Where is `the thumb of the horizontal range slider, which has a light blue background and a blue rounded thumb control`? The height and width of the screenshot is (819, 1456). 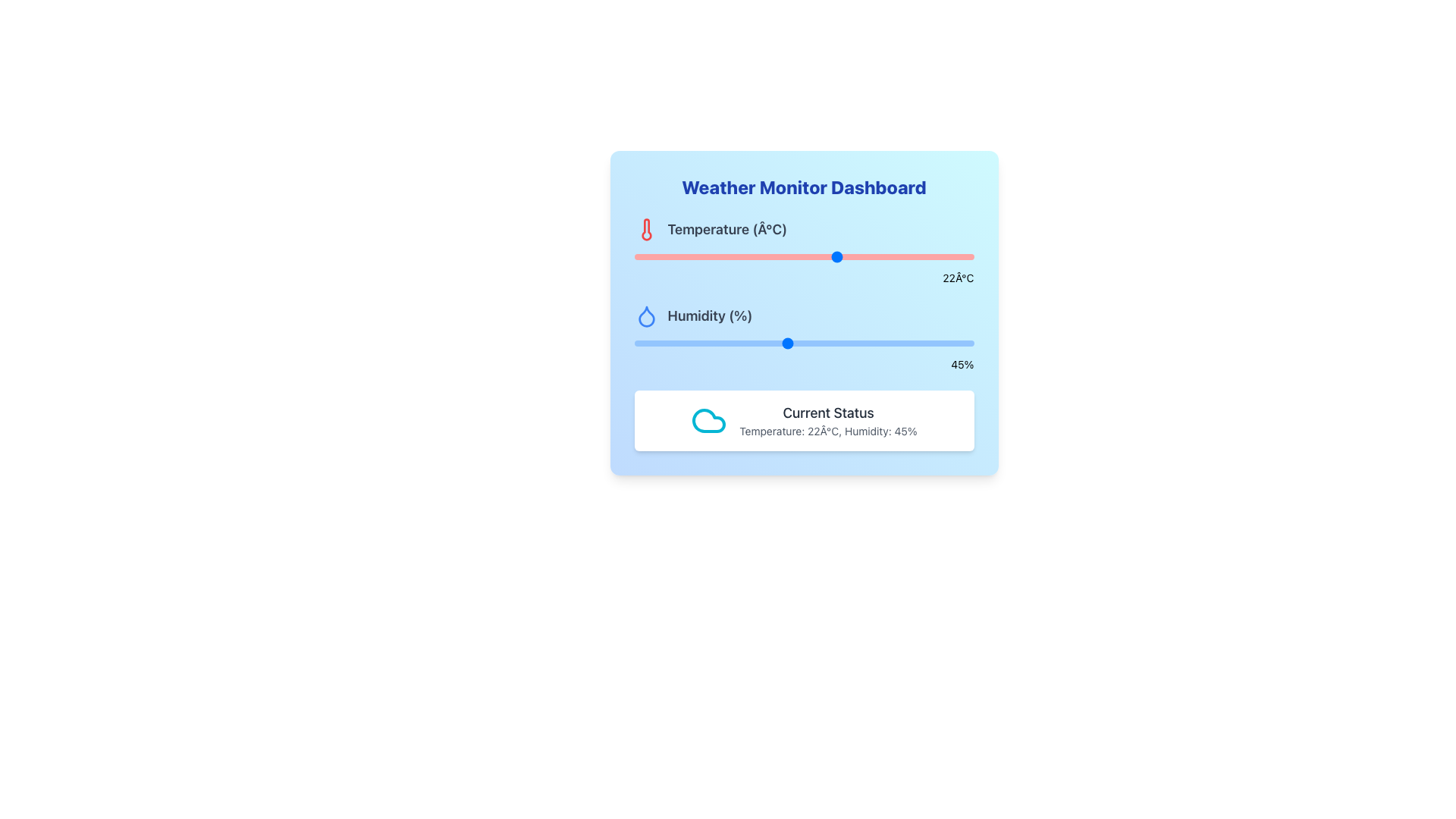 the thumb of the horizontal range slider, which has a light blue background and a blue rounded thumb control is located at coordinates (803, 343).